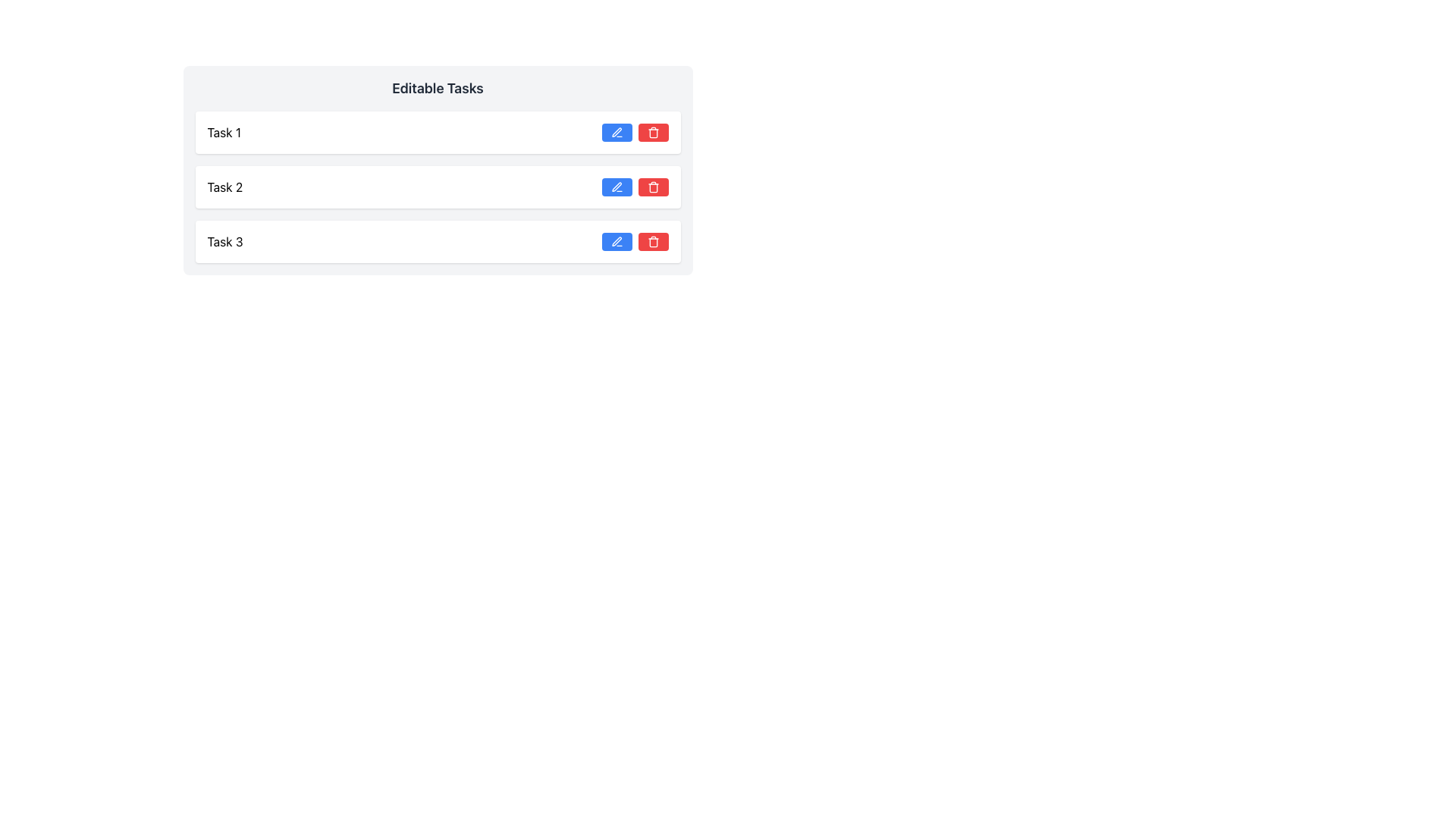 The image size is (1456, 819). What do you see at coordinates (437, 131) in the screenshot?
I see `the first task item in the list, labeled 'Task 1'` at bounding box center [437, 131].